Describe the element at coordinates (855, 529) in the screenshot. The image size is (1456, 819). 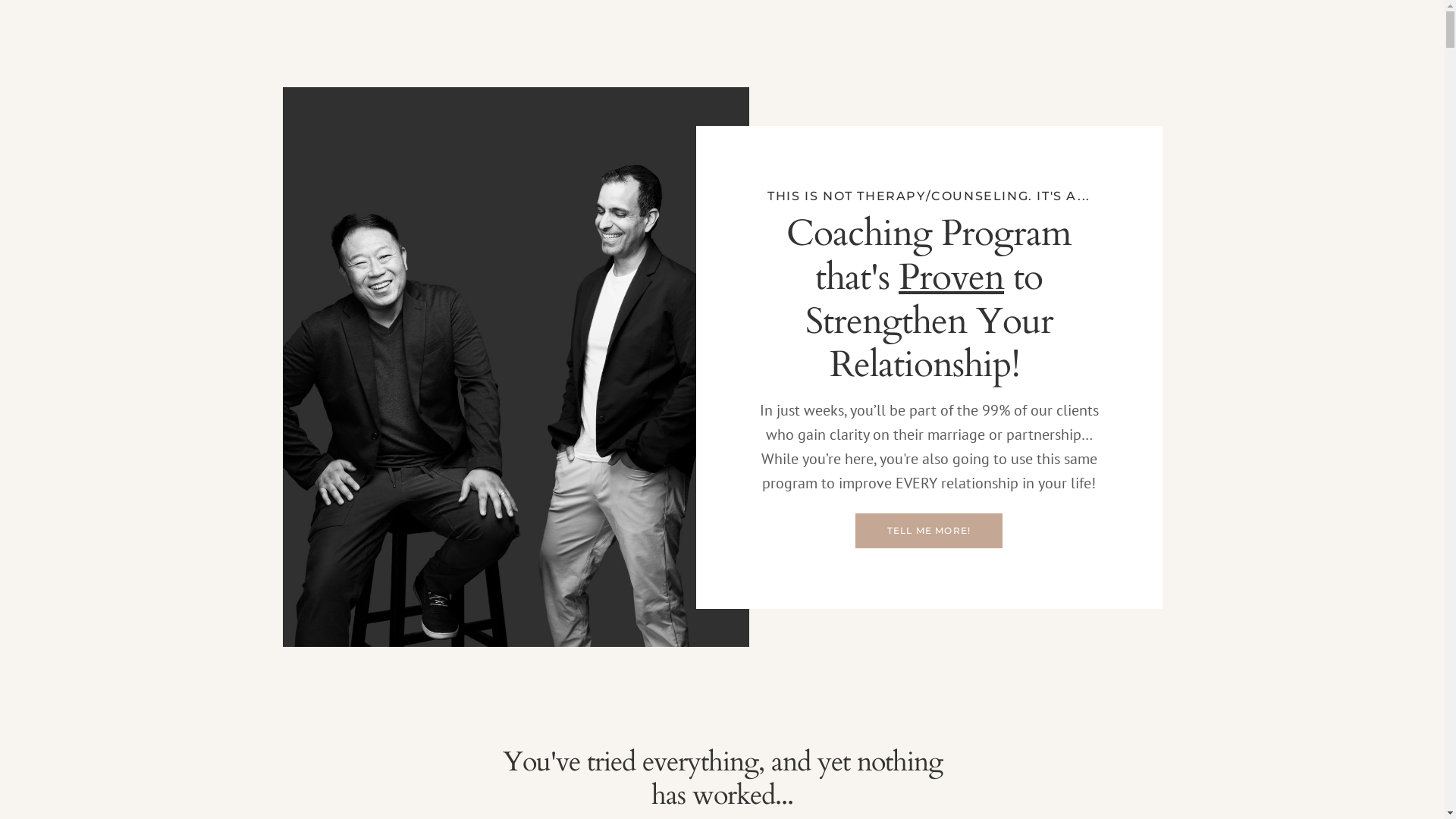
I see `'TELL ME MORE!'` at that location.